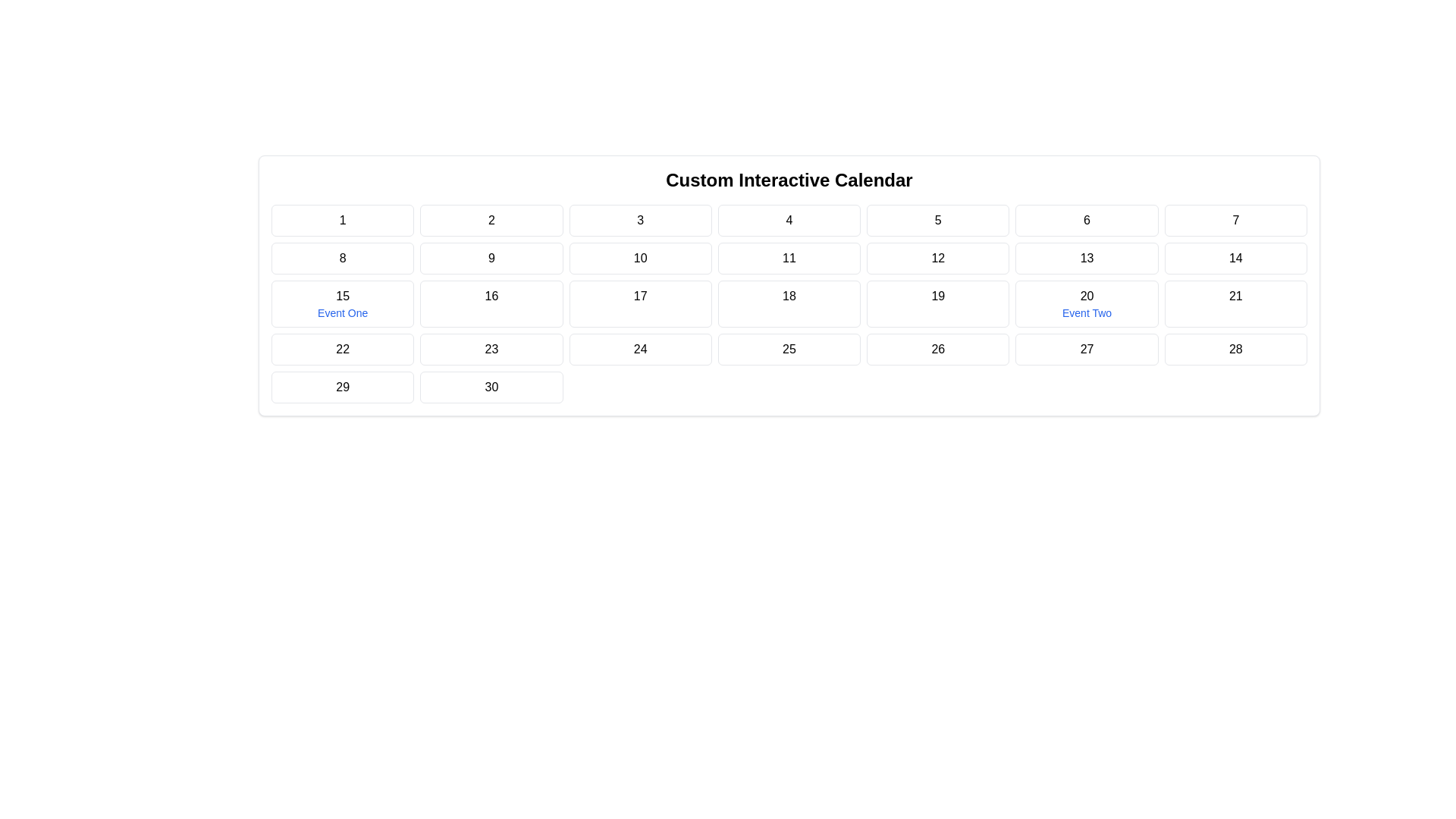 This screenshot has width=1456, height=819. What do you see at coordinates (491, 386) in the screenshot?
I see `the calendar day button representing the 30th day in the interactive date selection feature` at bounding box center [491, 386].